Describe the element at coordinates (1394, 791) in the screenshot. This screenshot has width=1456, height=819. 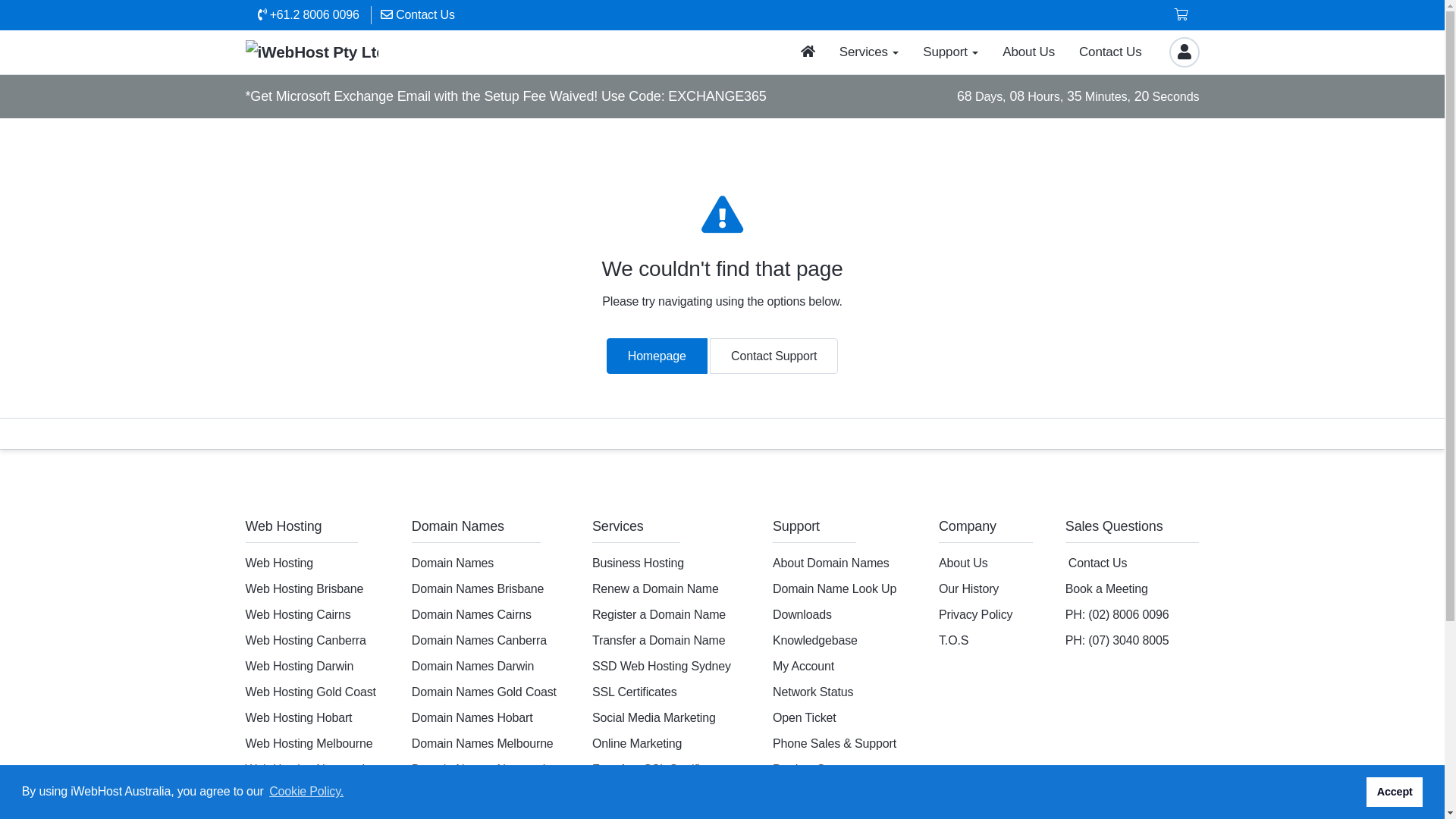
I see `'Accept'` at that location.